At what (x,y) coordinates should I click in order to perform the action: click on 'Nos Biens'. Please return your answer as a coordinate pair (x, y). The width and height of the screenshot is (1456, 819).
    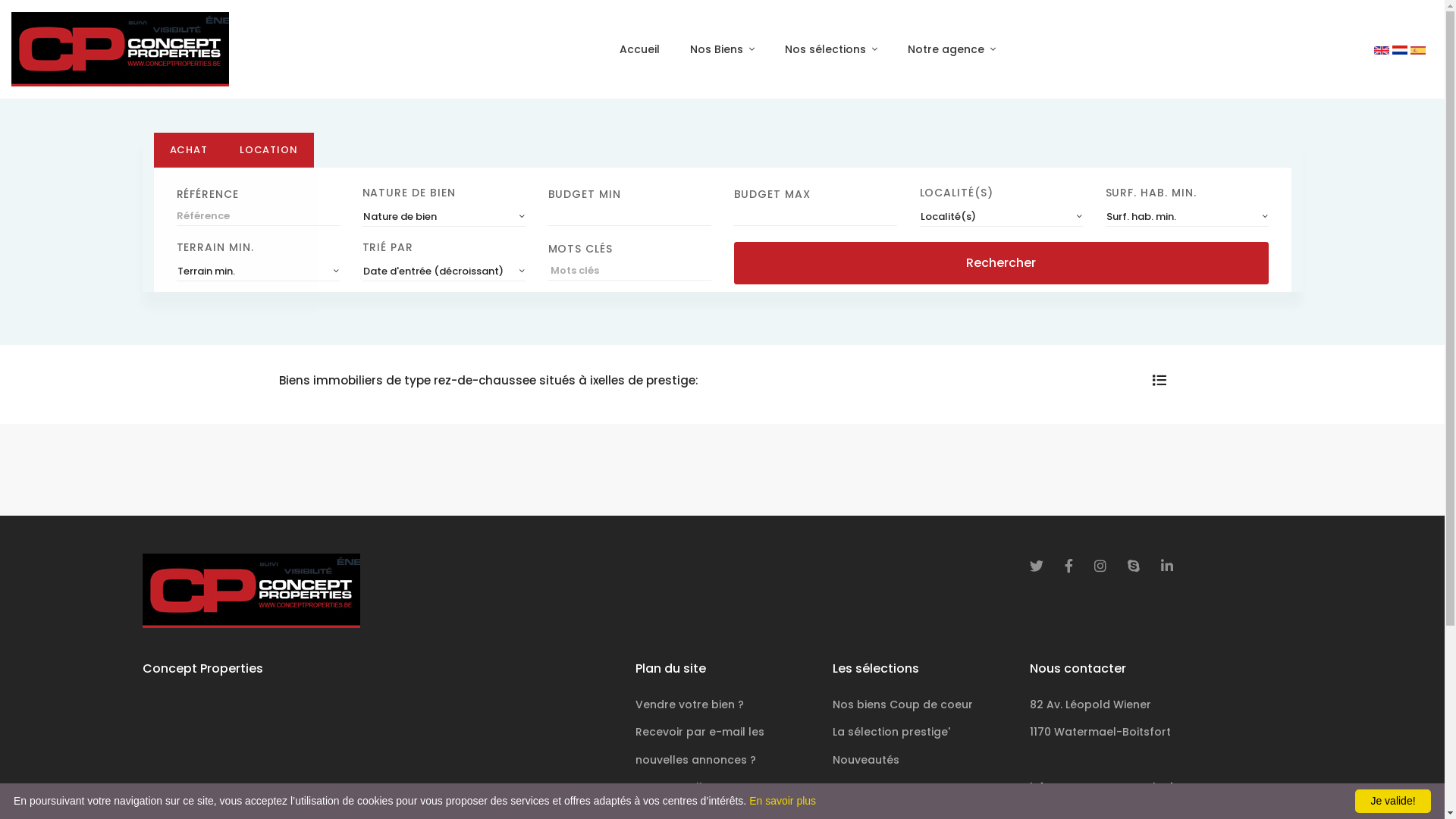
    Looking at the image, I should click on (721, 49).